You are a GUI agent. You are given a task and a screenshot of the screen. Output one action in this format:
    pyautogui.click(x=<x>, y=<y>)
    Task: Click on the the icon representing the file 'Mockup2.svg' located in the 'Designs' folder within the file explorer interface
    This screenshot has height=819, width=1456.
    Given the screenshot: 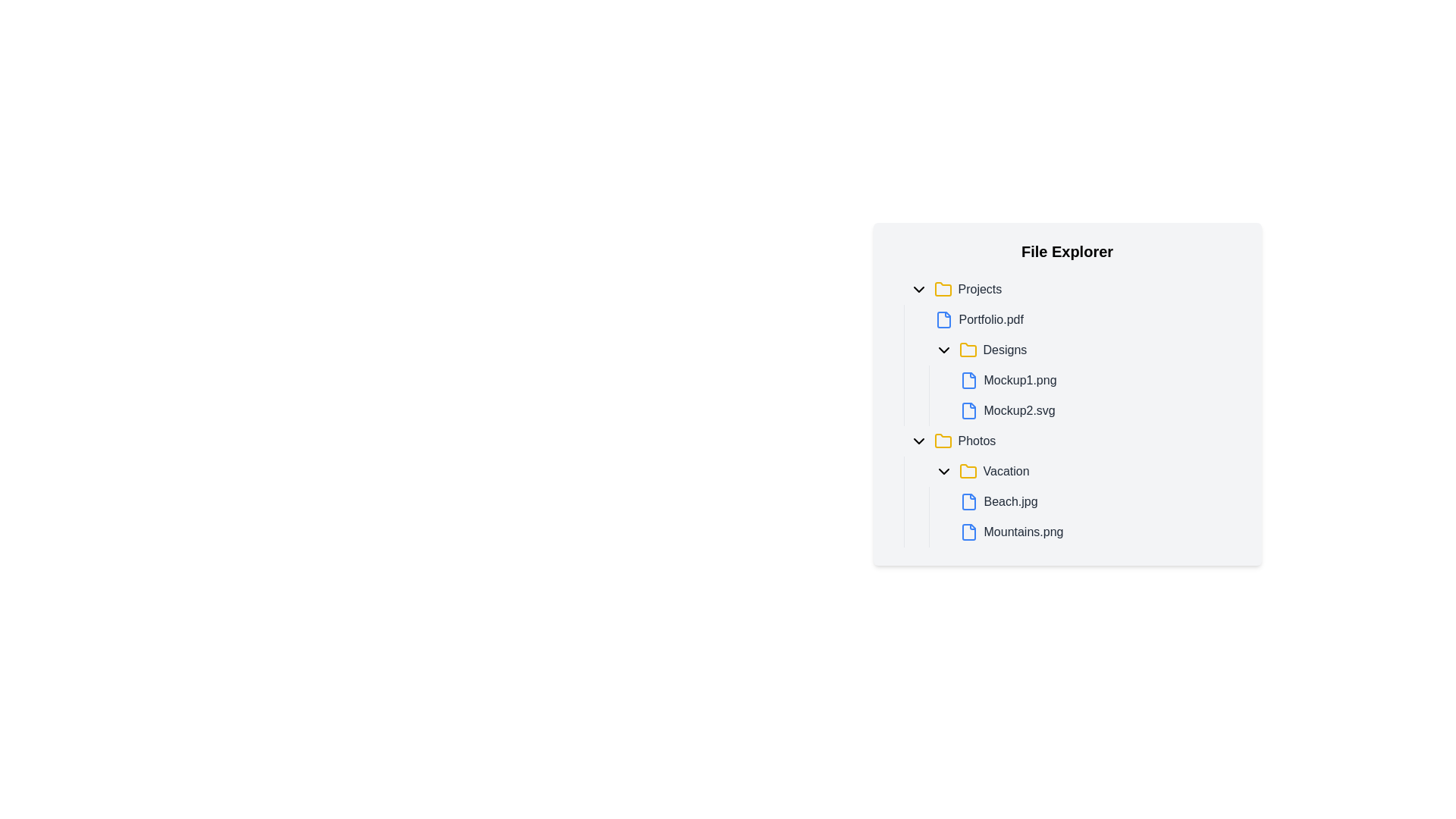 What is the action you would take?
    pyautogui.click(x=968, y=411)
    